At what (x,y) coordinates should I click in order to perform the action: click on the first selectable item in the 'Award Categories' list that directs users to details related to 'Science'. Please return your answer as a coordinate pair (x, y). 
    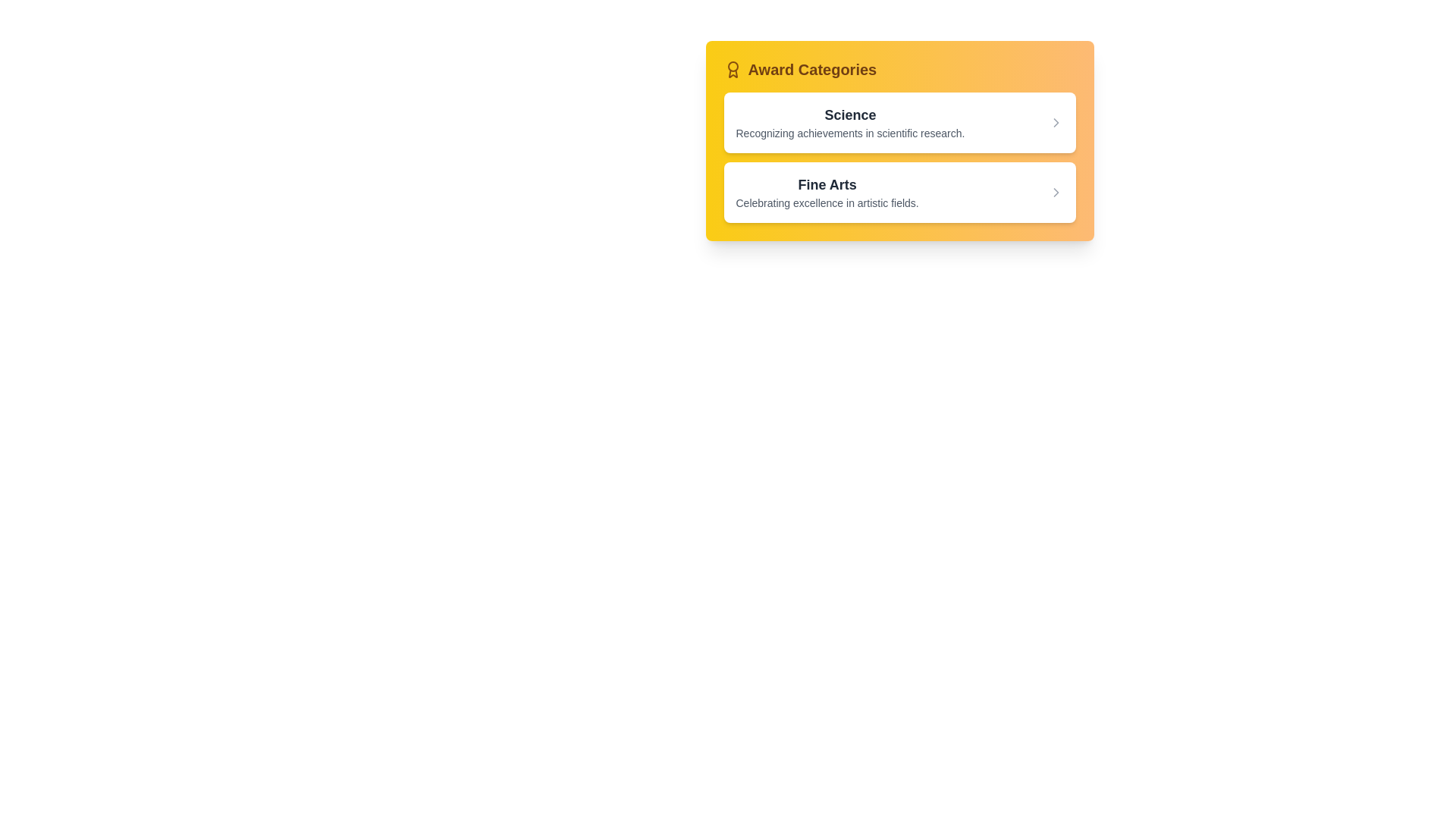
    Looking at the image, I should click on (899, 122).